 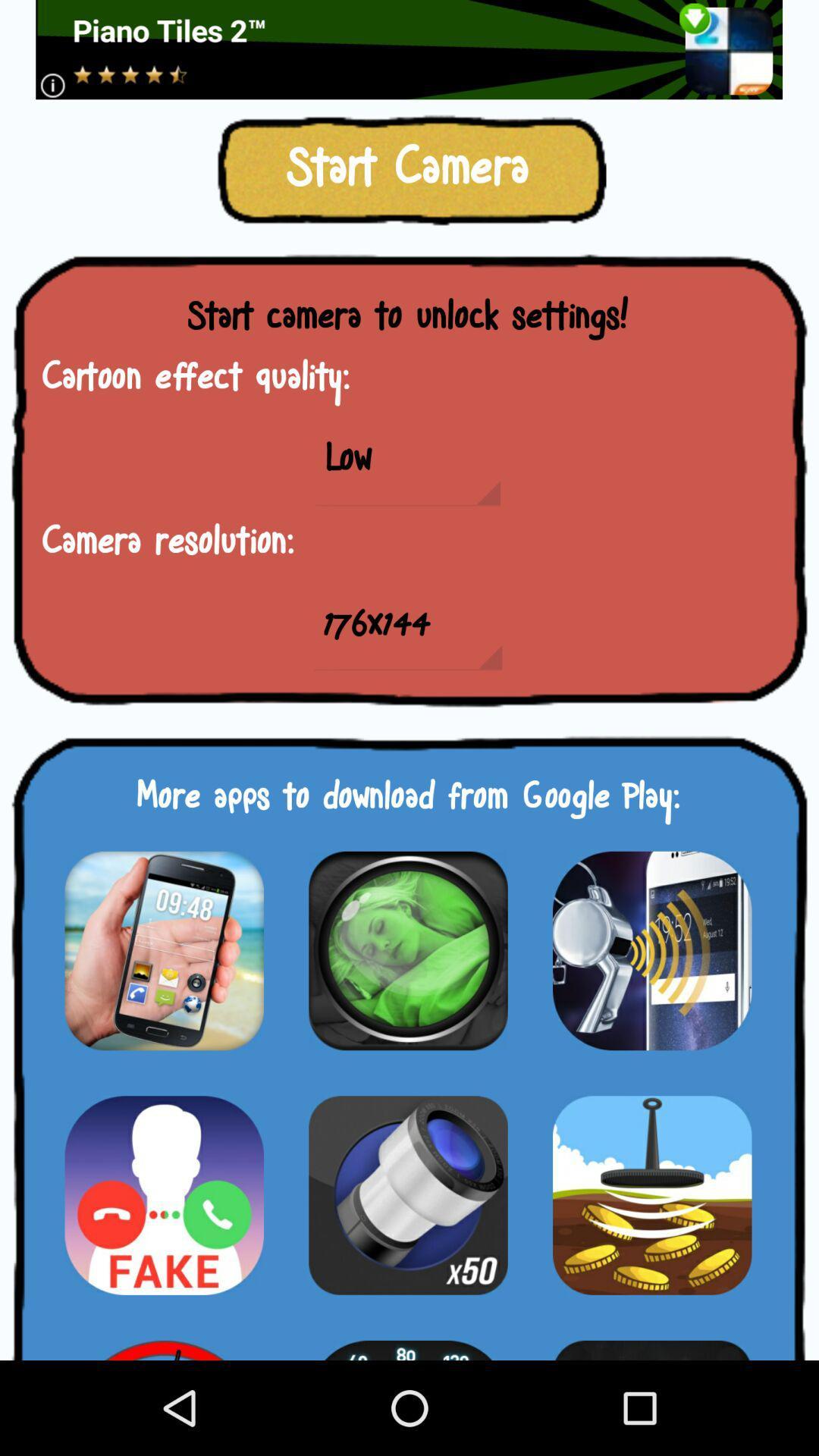 What do you see at coordinates (651, 1194) in the screenshot?
I see `download the app` at bounding box center [651, 1194].